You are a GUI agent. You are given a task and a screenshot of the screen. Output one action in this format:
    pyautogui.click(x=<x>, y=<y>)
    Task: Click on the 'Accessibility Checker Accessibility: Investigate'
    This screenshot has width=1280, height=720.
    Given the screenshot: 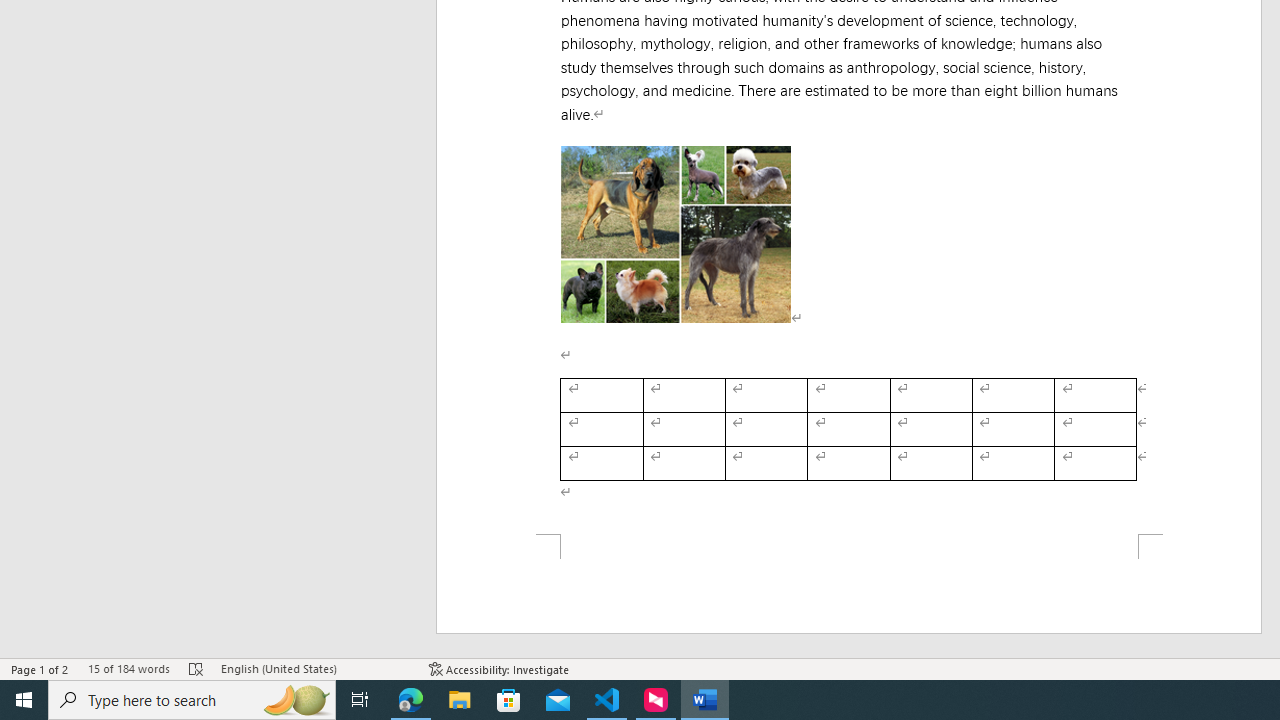 What is the action you would take?
    pyautogui.click(x=499, y=669)
    